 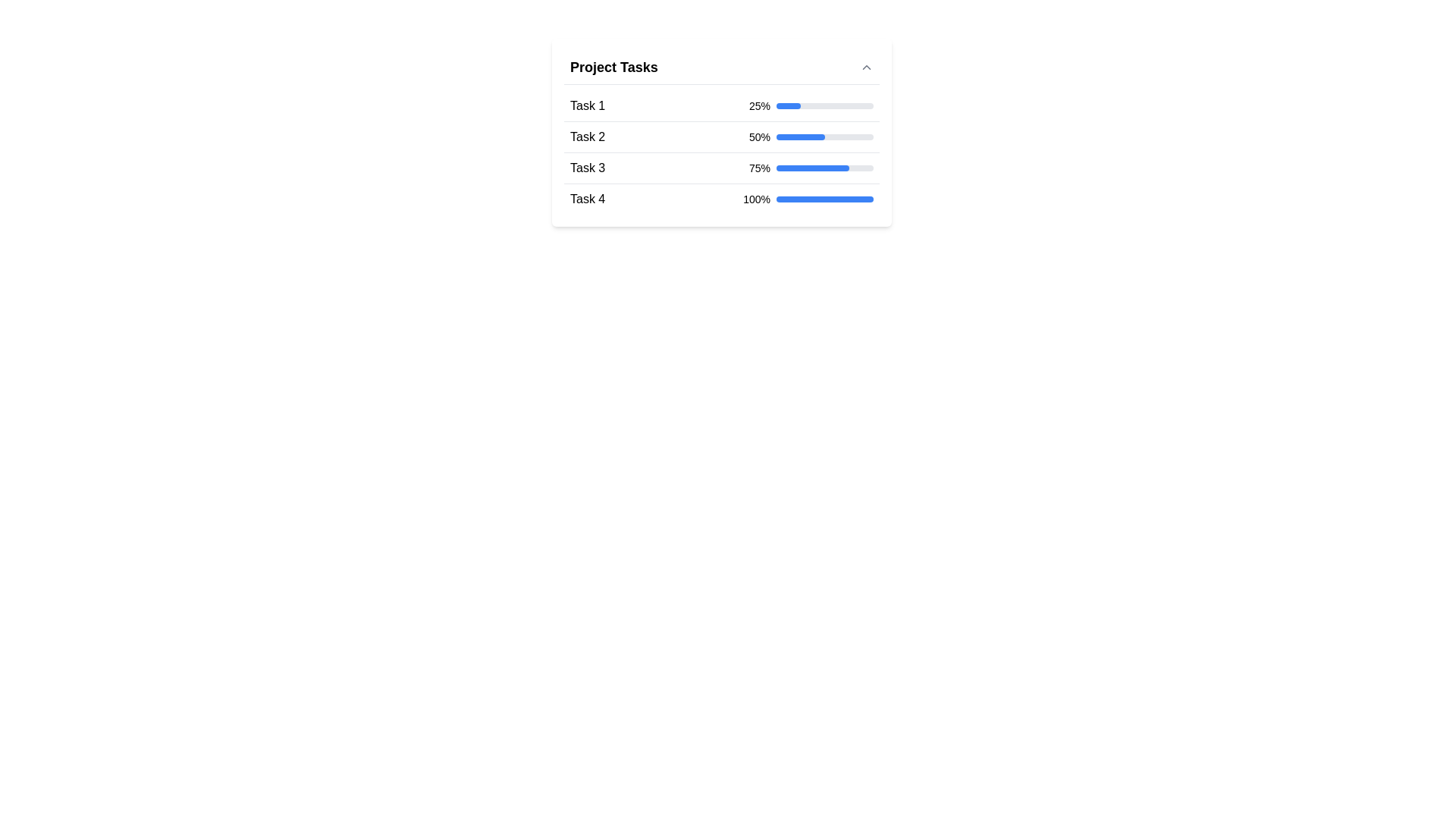 I want to click on the progress value displayed on the progress bar for 'Task 2', which indicates 50% completion, so click(x=811, y=137).